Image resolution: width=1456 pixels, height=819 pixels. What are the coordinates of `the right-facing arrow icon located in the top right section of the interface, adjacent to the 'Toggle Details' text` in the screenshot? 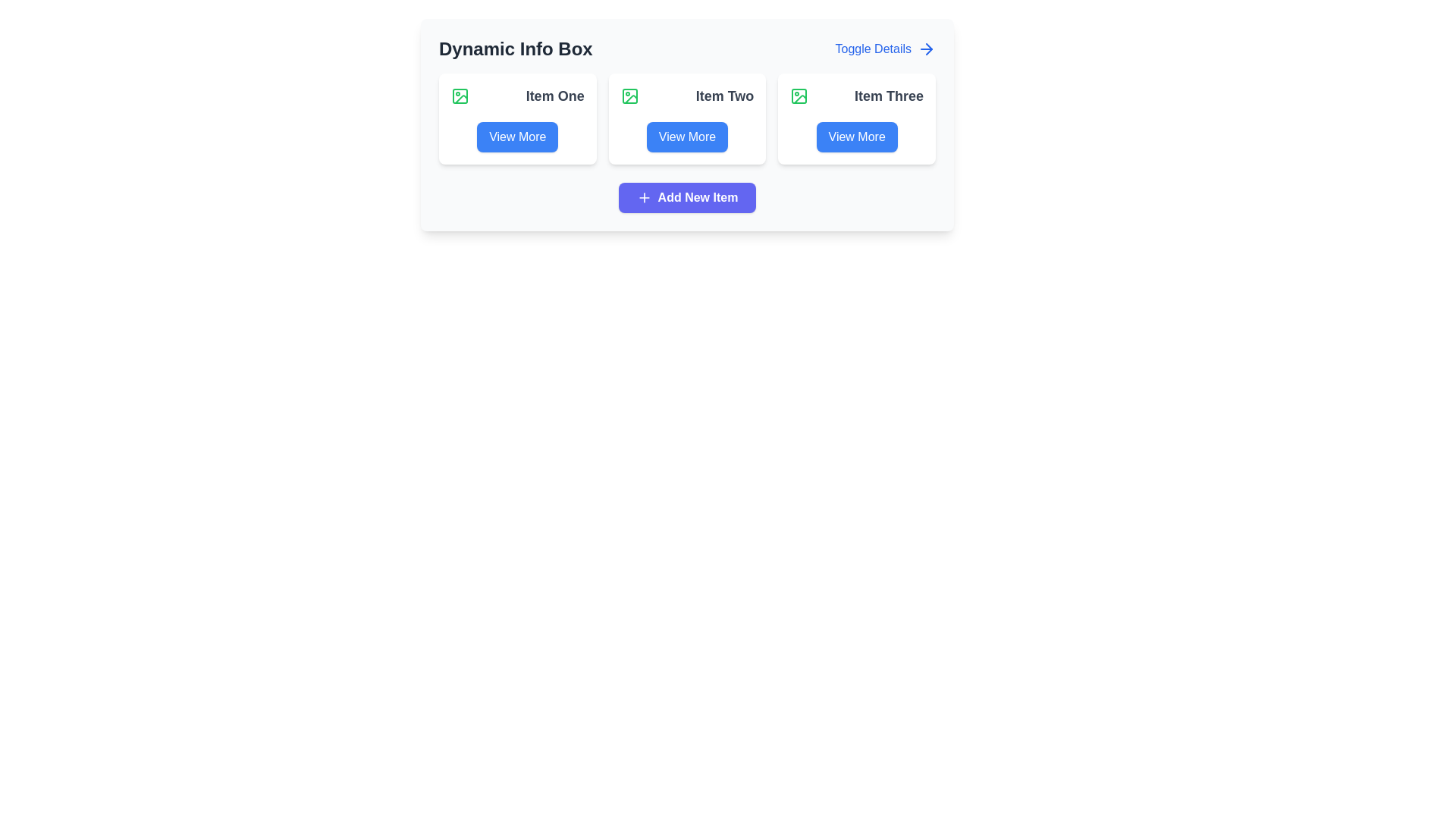 It's located at (928, 49).